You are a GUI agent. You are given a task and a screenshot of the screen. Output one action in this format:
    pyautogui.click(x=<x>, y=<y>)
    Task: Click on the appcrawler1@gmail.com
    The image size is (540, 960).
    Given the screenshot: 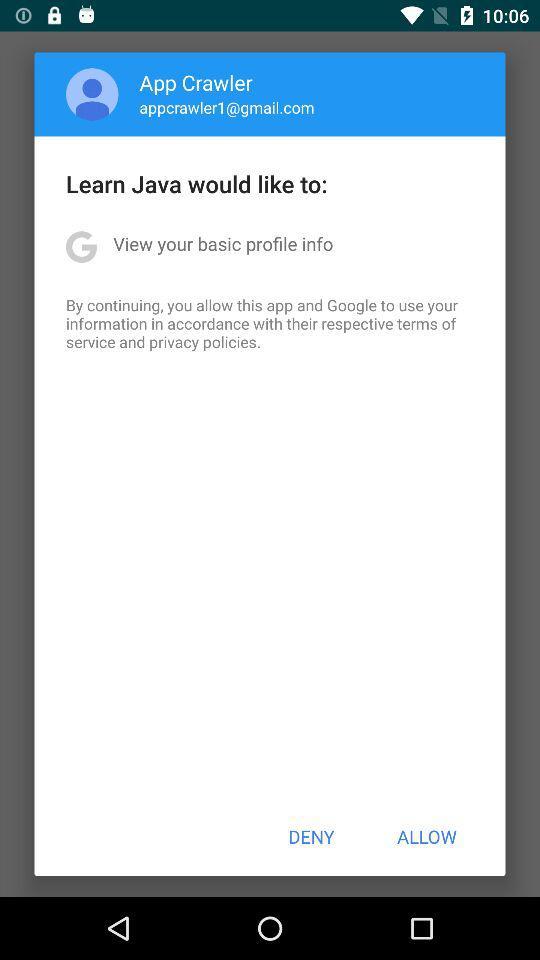 What is the action you would take?
    pyautogui.click(x=226, y=107)
    